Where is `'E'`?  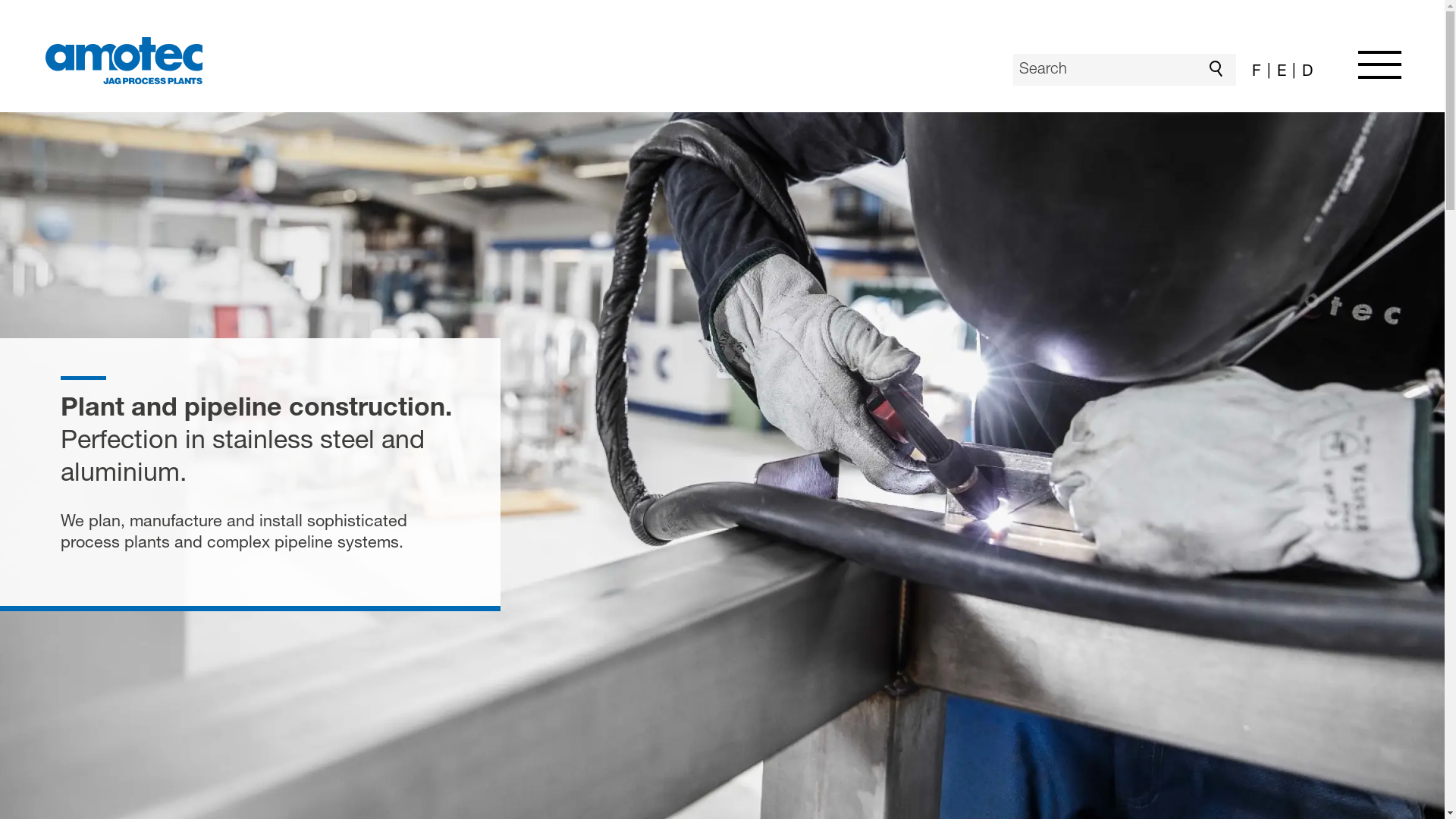 'E' is located at coordinates (1276, 73).